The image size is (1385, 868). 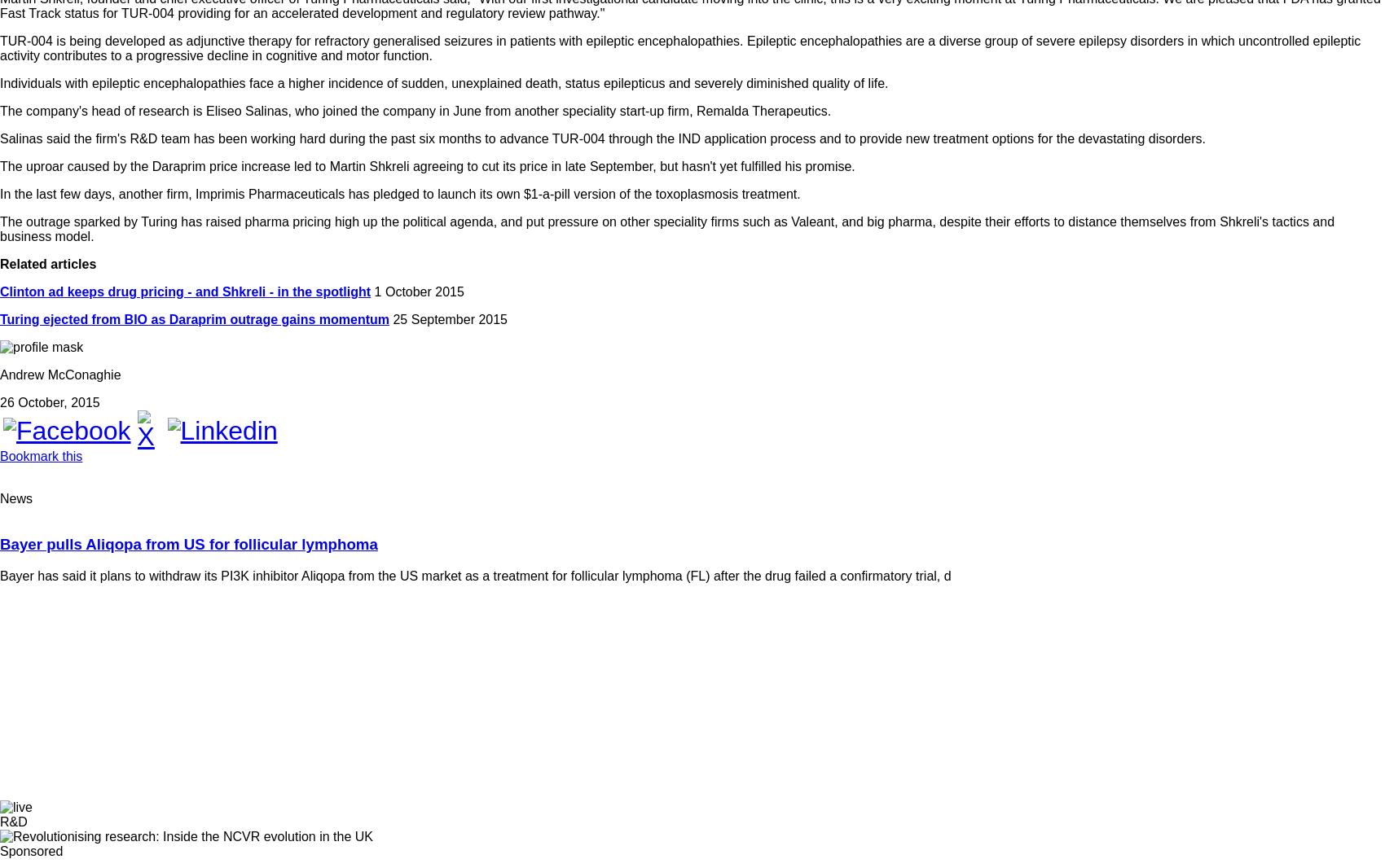 I want to click on 'Bayer has said it plans to withdraw its PI3K inhibitor Aliqopa from the US market as a treatment for follicular lymphoma (FL) after the drug failed a confirmatory trial, d', so click(x=474, y=575).